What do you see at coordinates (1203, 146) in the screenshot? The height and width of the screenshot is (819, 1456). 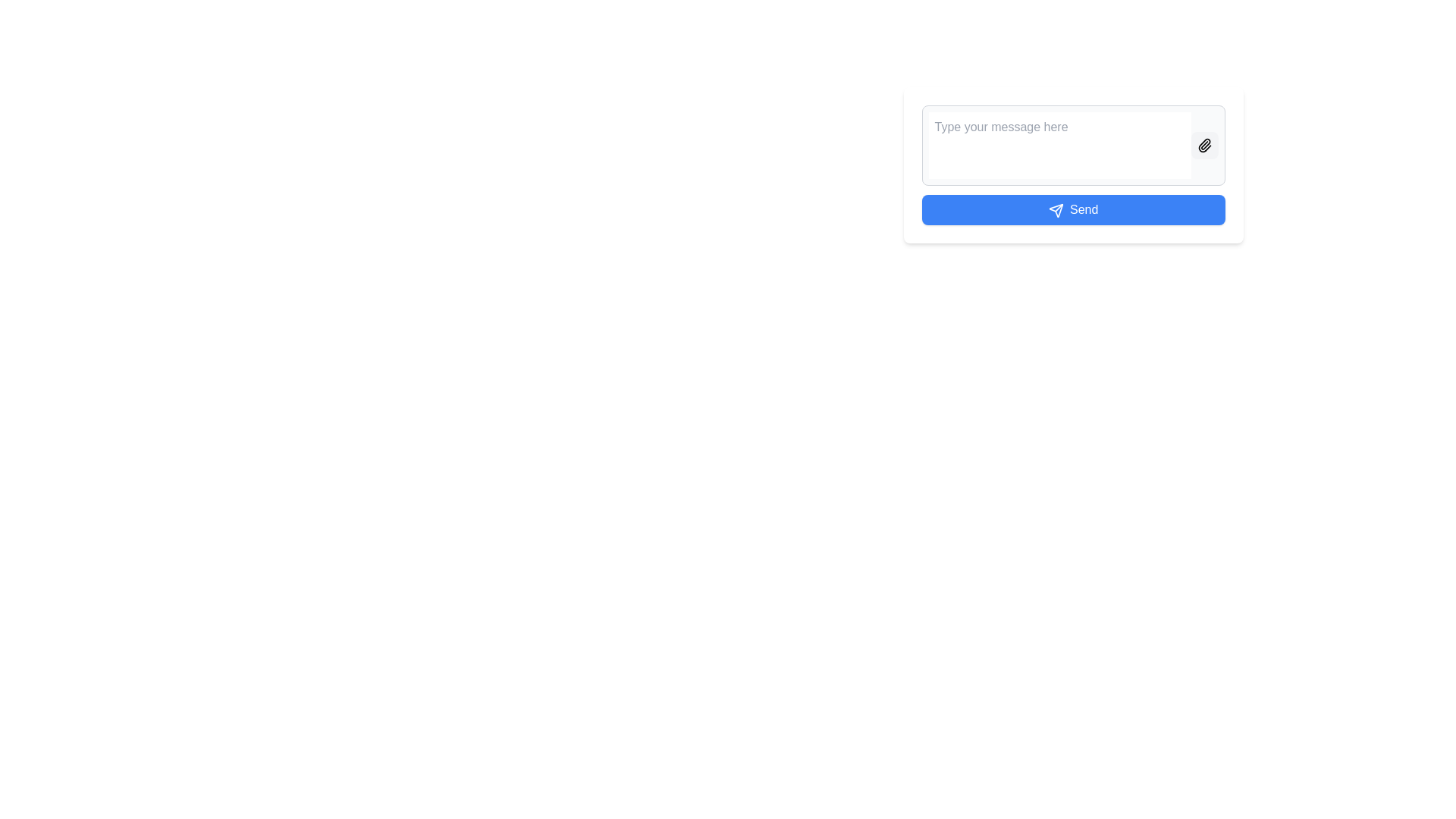 I see `the decorative paperclip icon located in the upper-right widget, to the right of the text input box` at bounding box center [1203, 146].